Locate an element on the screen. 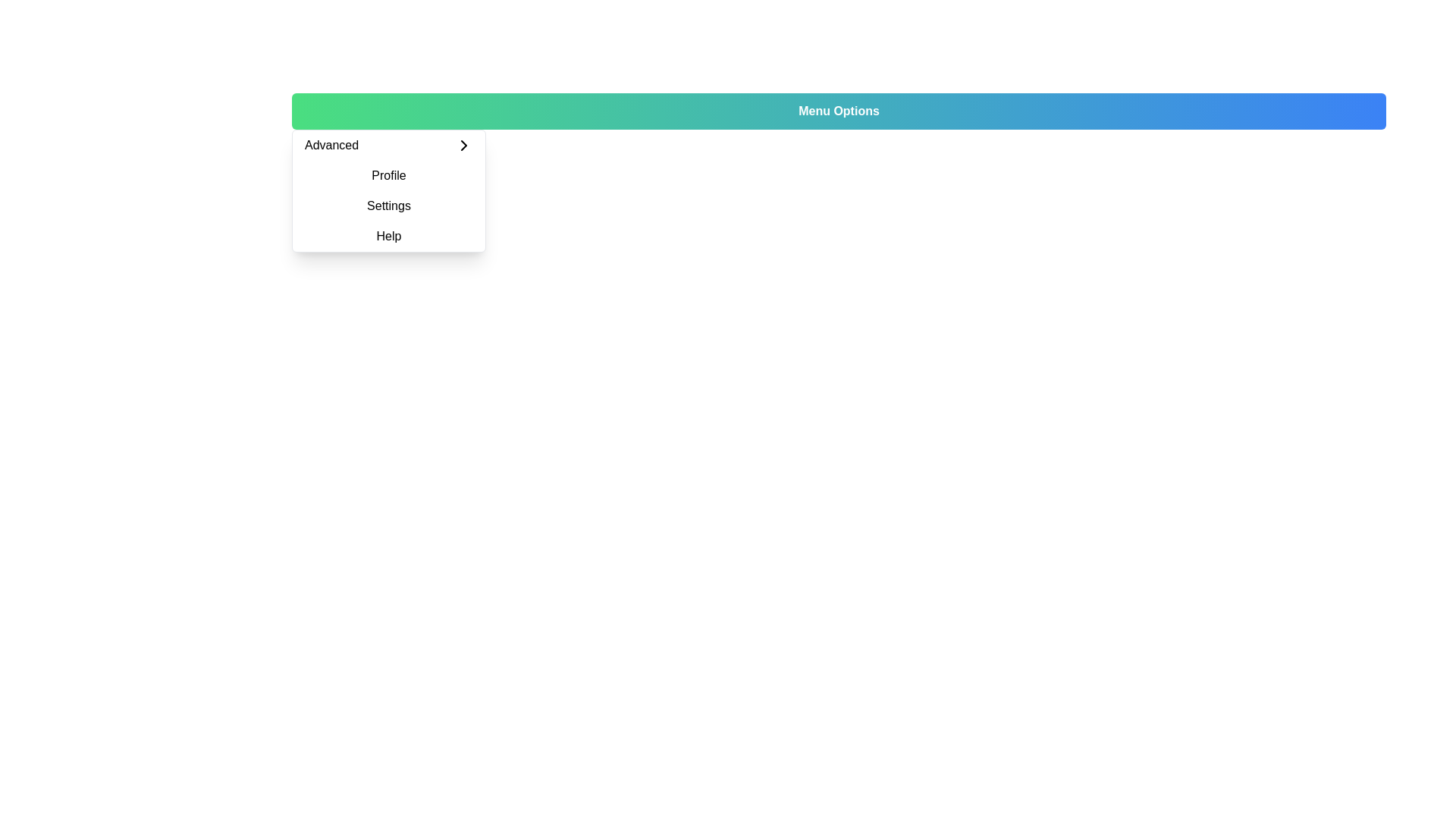 This screenshot has height=819, width=1456. the 'Settings' menu item, which is the third option in the dropdown menu is located at coordinates (389, 206).